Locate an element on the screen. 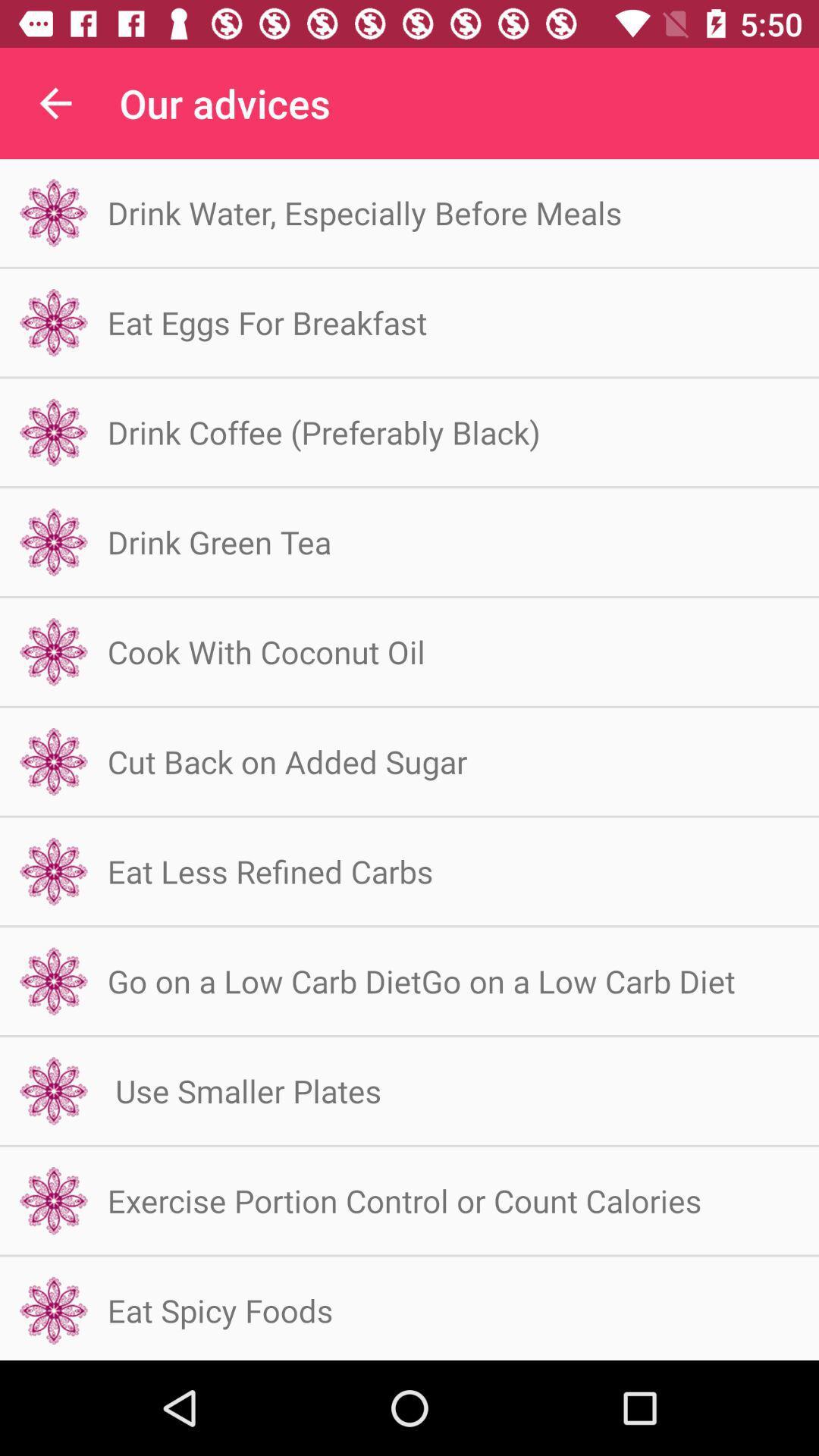 Image resolution: width=819 pixels, height=1456 pixels. the  use smaller plates icon is located at coordinates (243, 1090).